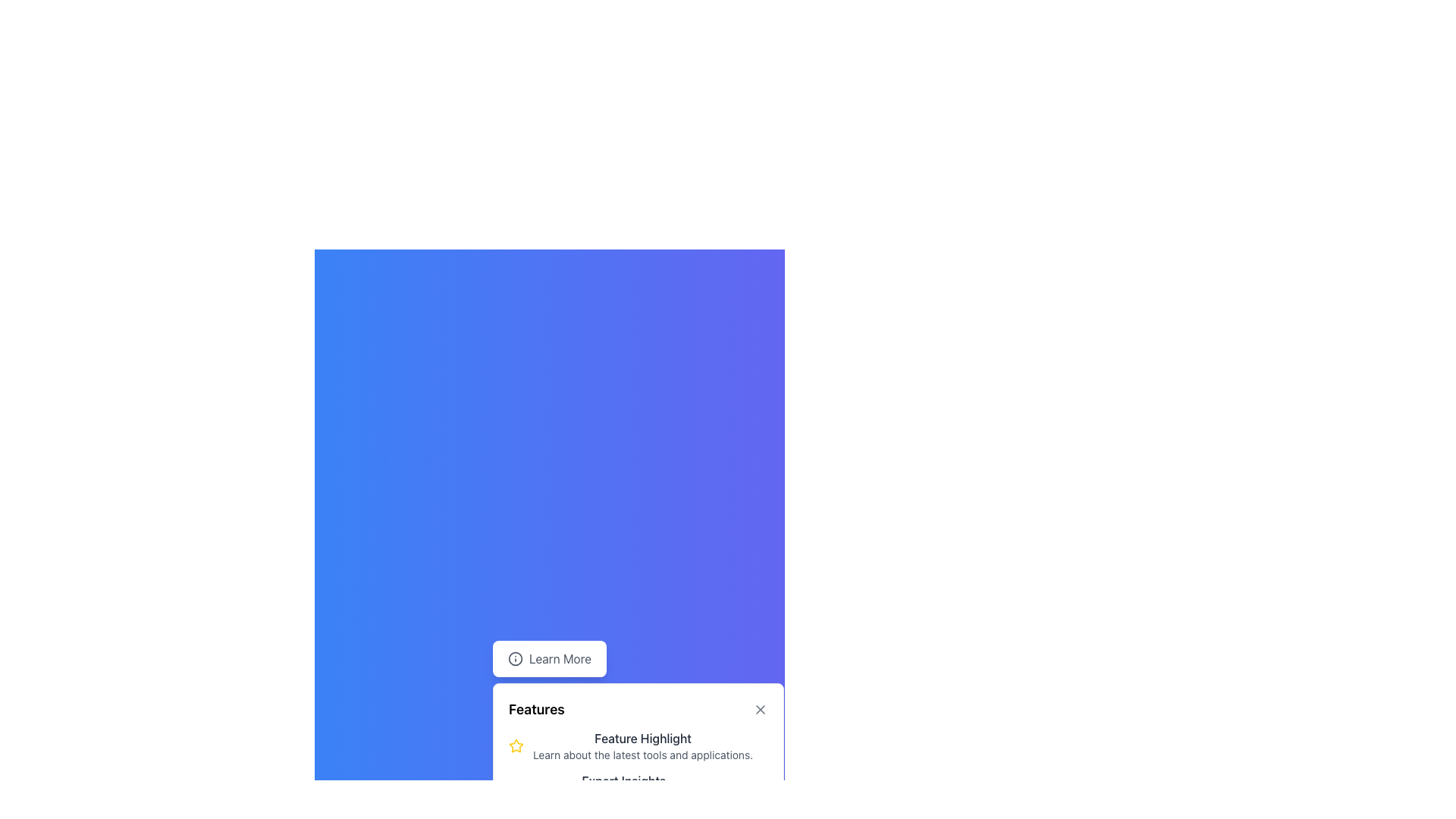 This screenshot has width=1456, height=819. Describe the element at coordinates (638, 745) in the screenshot. I see `the static informational component featuring a yellow star-shaped icon and the text 'Feature Highlight' and 'Learn about the latest tools and applications.'` at that location.